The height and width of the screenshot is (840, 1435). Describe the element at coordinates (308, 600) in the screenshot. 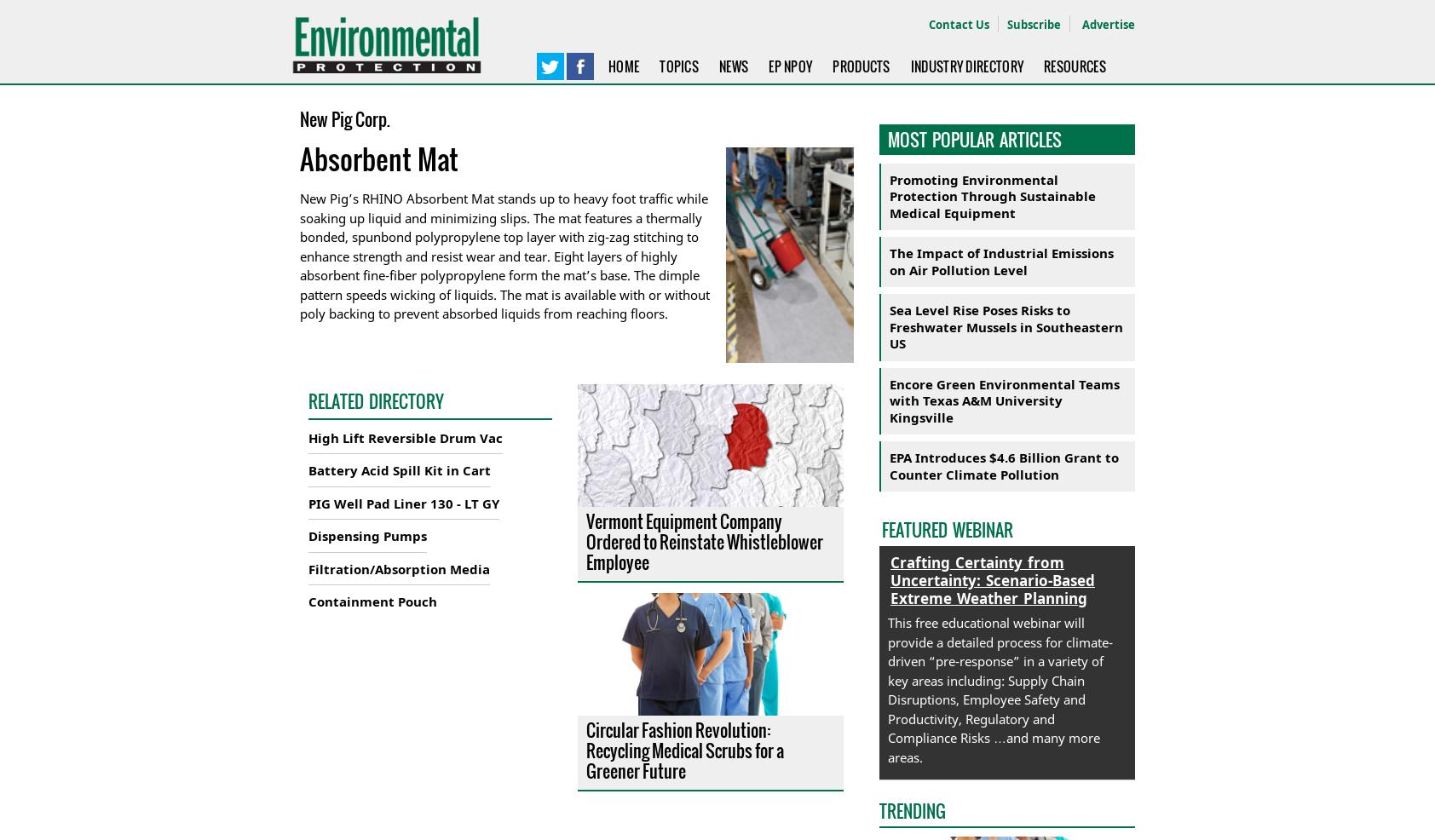

I see `'Containment Pouch'` at that location.